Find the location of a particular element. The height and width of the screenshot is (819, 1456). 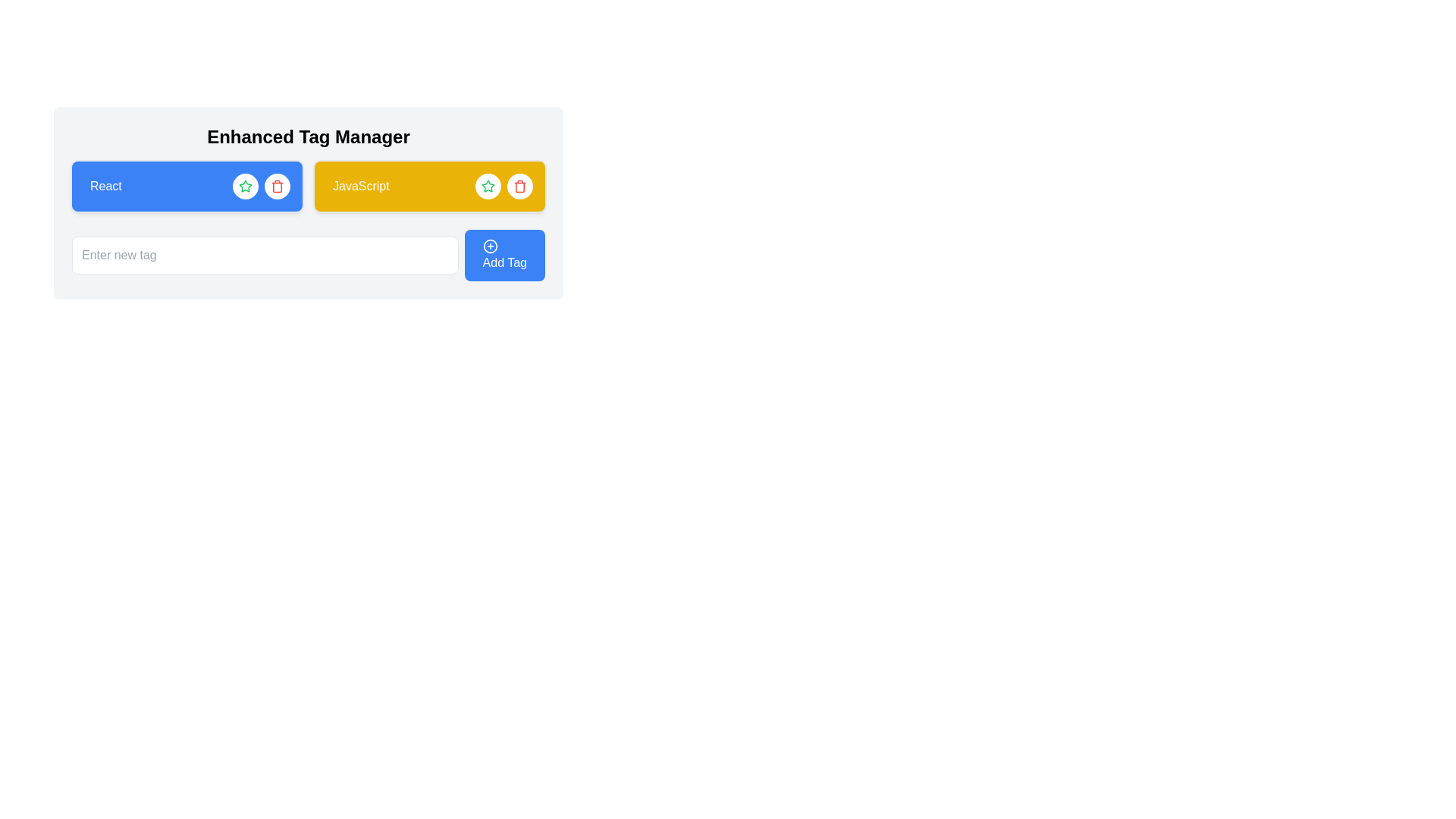

the yellow tag labeled 'JavaScript' is located at coordinates (428, 186).